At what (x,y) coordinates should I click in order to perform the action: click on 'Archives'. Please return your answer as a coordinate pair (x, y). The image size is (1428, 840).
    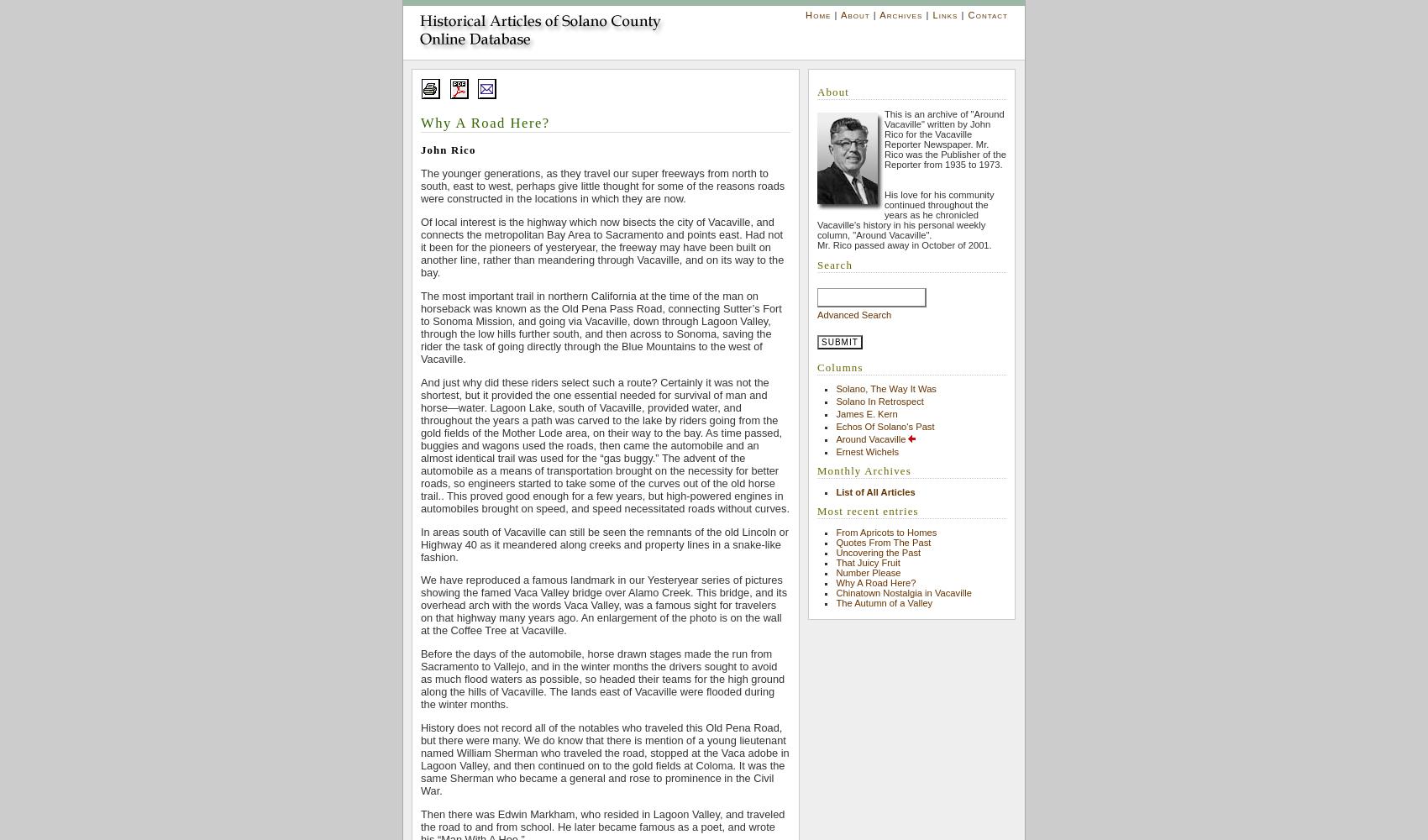
    Looking at the image, I should click on (900, 15).